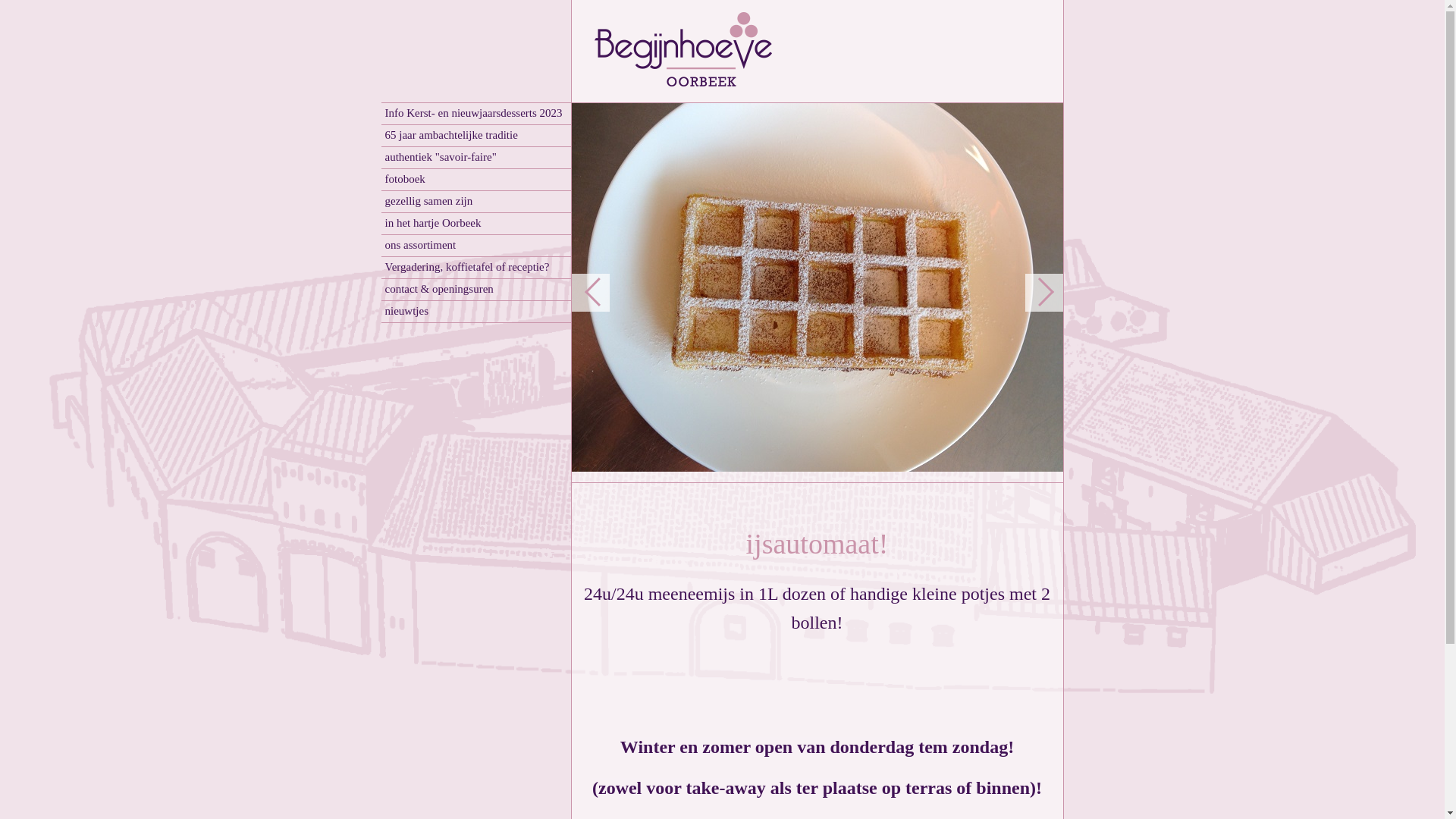  I want to click on 'Vergadering, koffietafel of receptie?', so click(475, 267).